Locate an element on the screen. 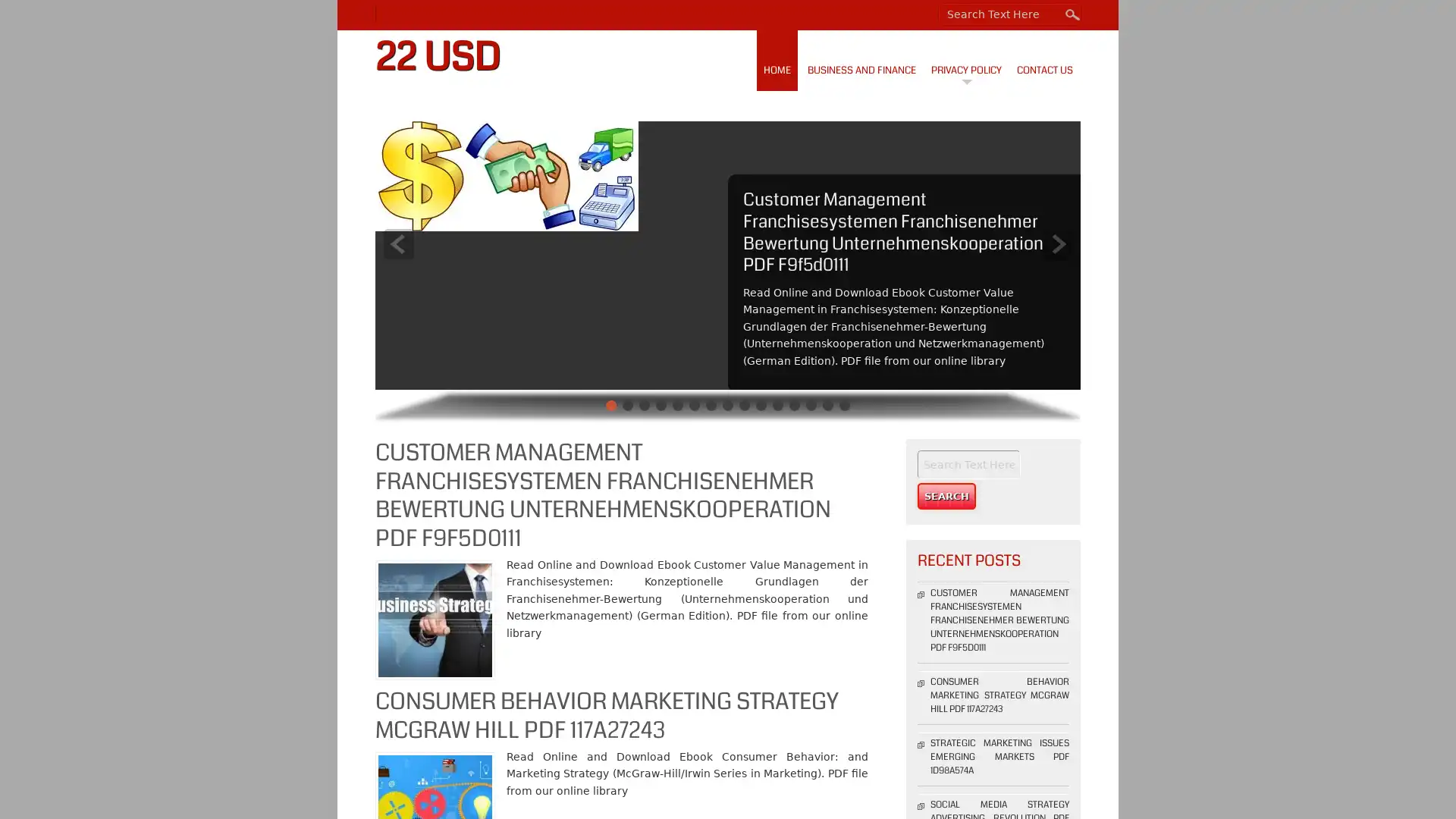 This screenshot has height=819, width=1456. Search is located at coordinates (946, 496).